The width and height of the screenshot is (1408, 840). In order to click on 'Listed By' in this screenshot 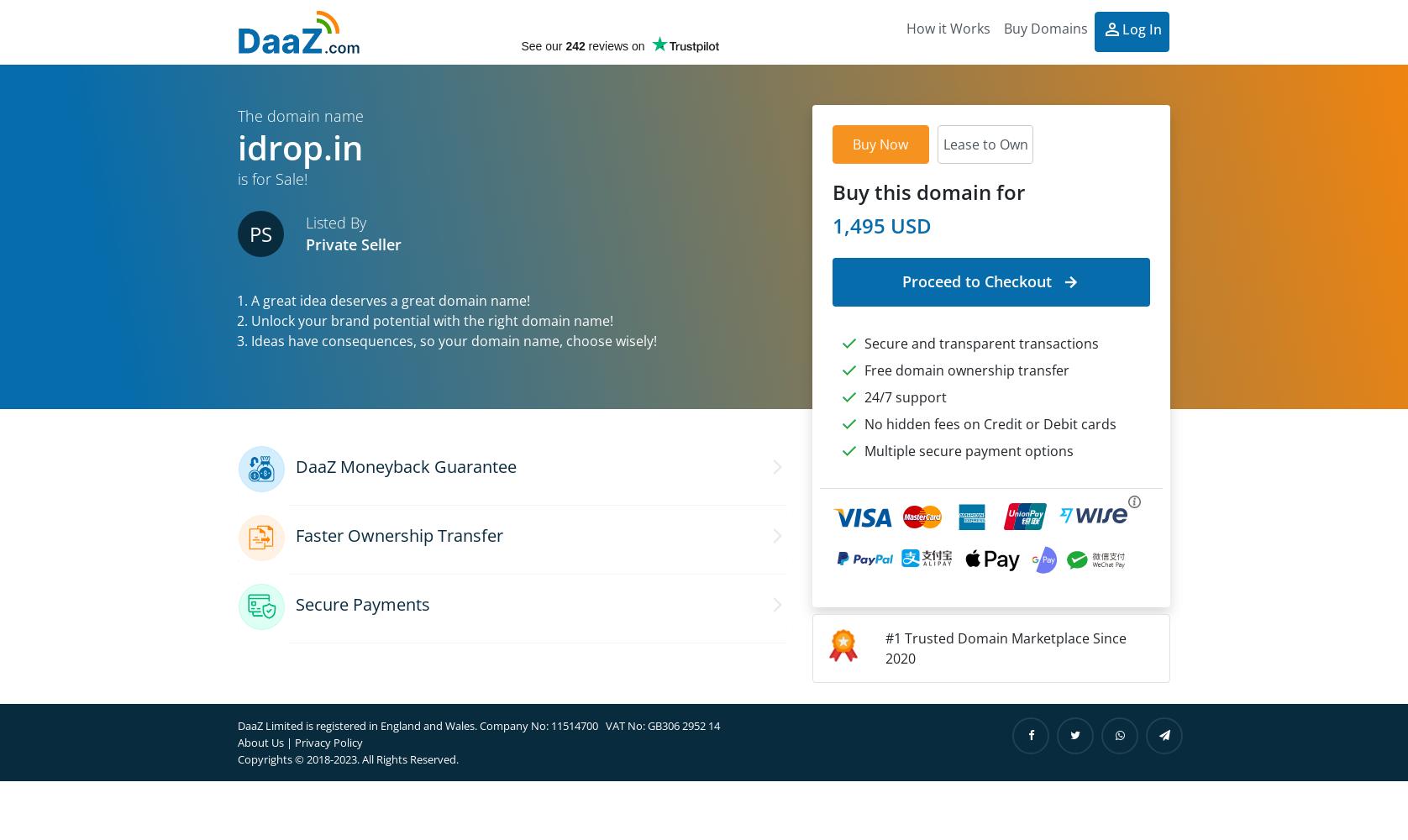, I will do `click(305, 222)`.